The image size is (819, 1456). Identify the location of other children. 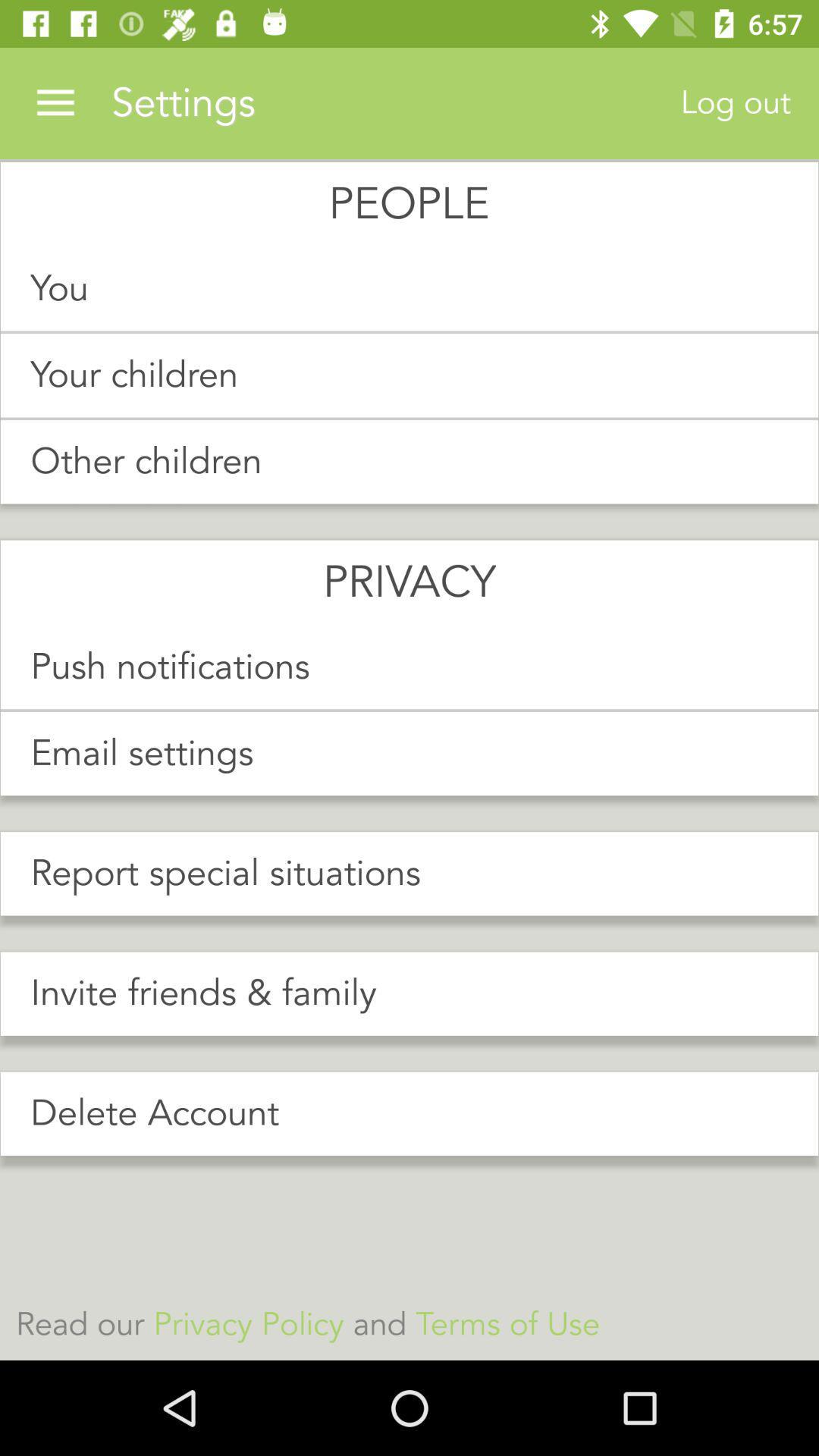
(409, 461).